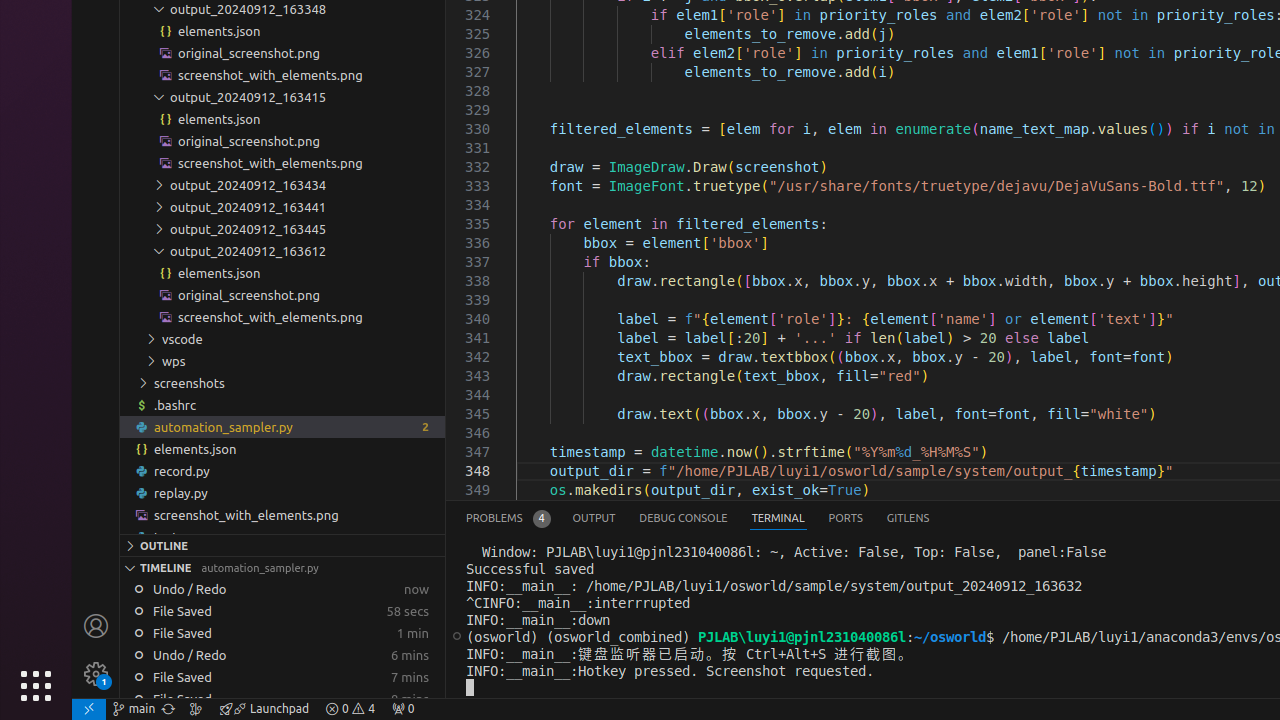 This screenshot has width=1280, height=720. Describe the element at coordinates (350, 707) in the screenshot. I see `'Warnings: 4'` at that location.